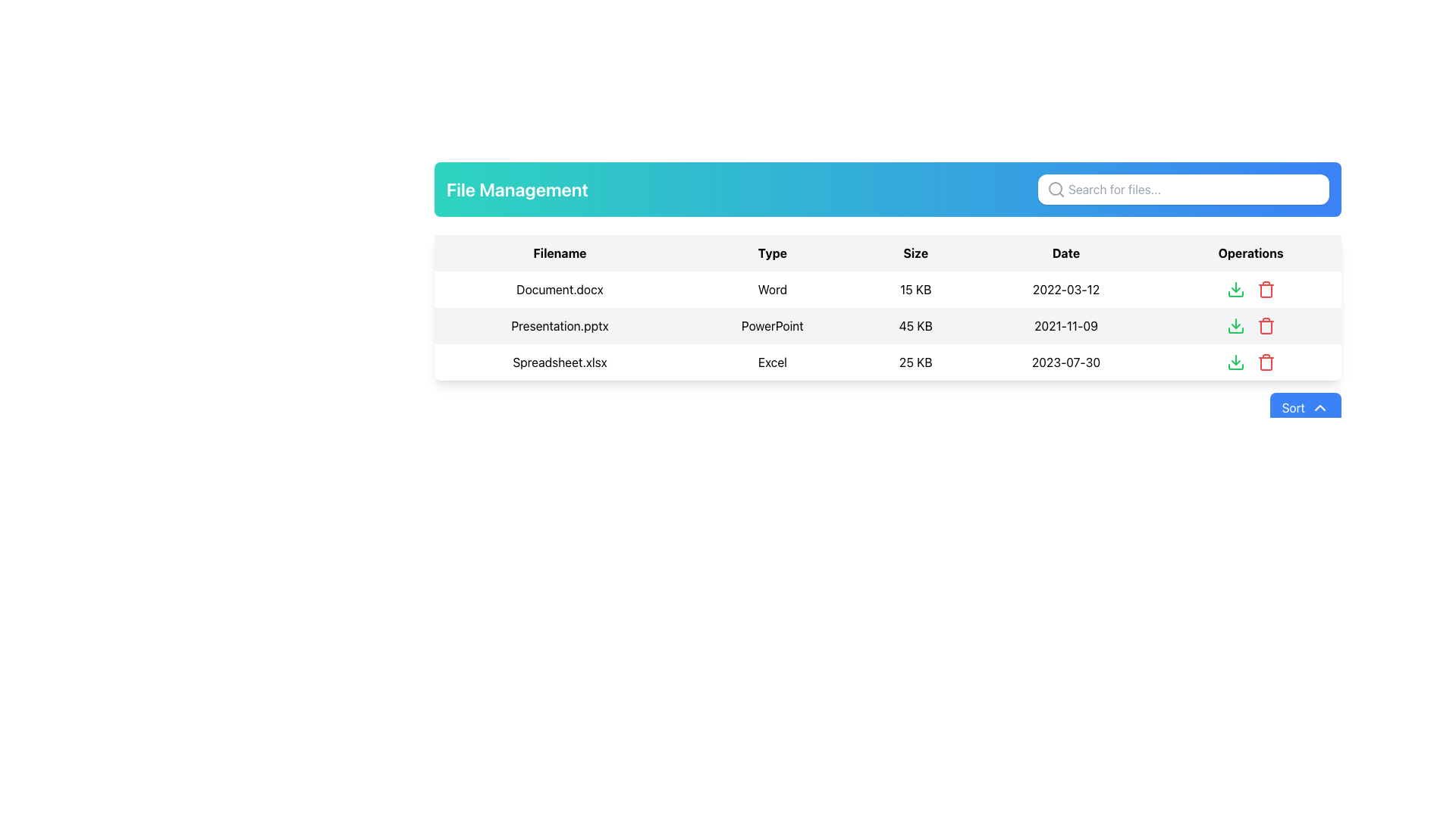  Describe the element at coordinates (1235, 325) in the screenshot. I see `the download icon button located in the second row of the 'Operations' column to initiate the download process for the associated file` at that location.